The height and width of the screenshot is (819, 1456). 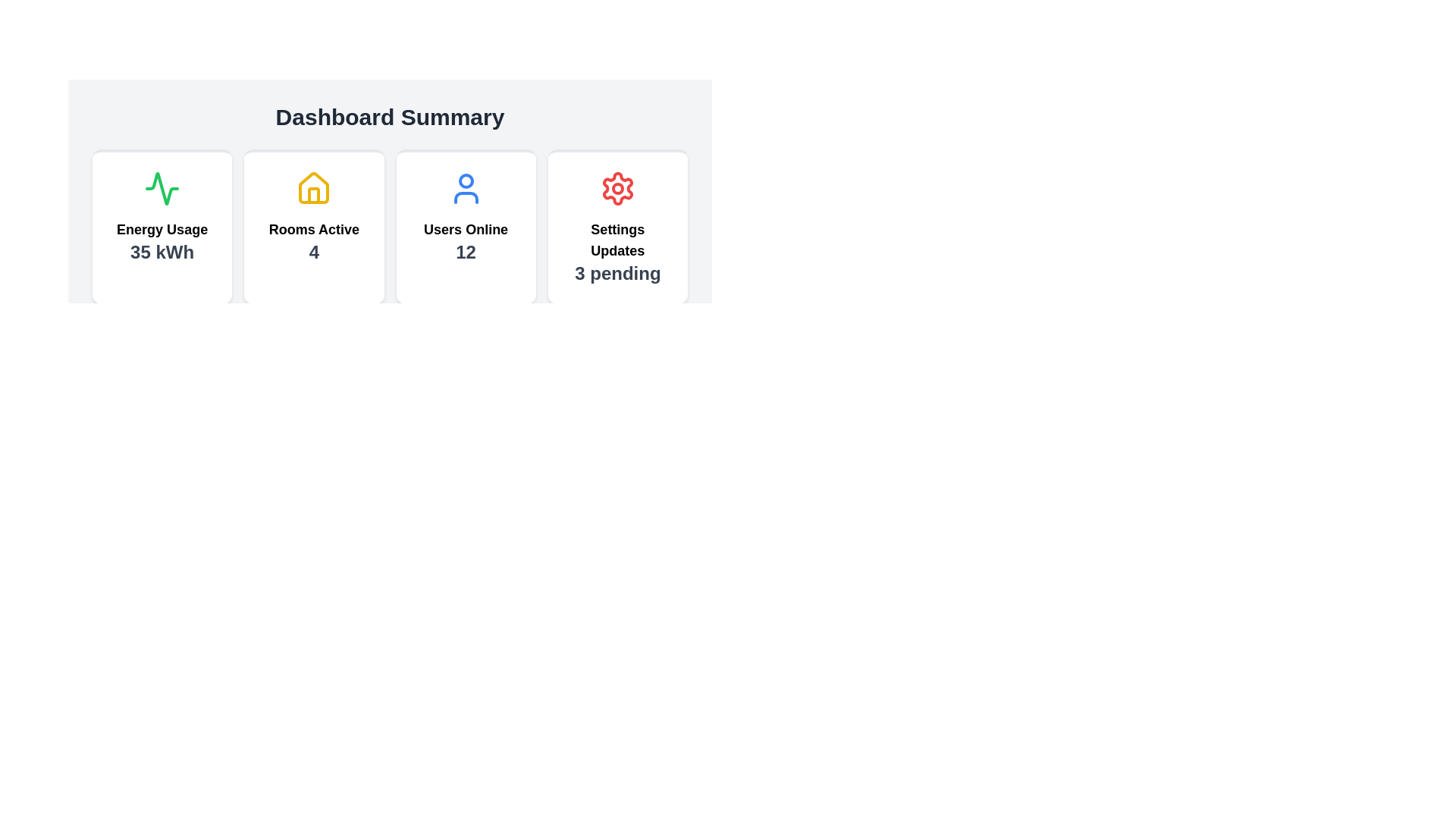 What do you see at coordinates (617, 188) in the screenshot?
I see `details of the SVG Circle Element that is part of the settings gear icon, located at the rightmost section of a dashboard card group` at bounding box center [617, 188].